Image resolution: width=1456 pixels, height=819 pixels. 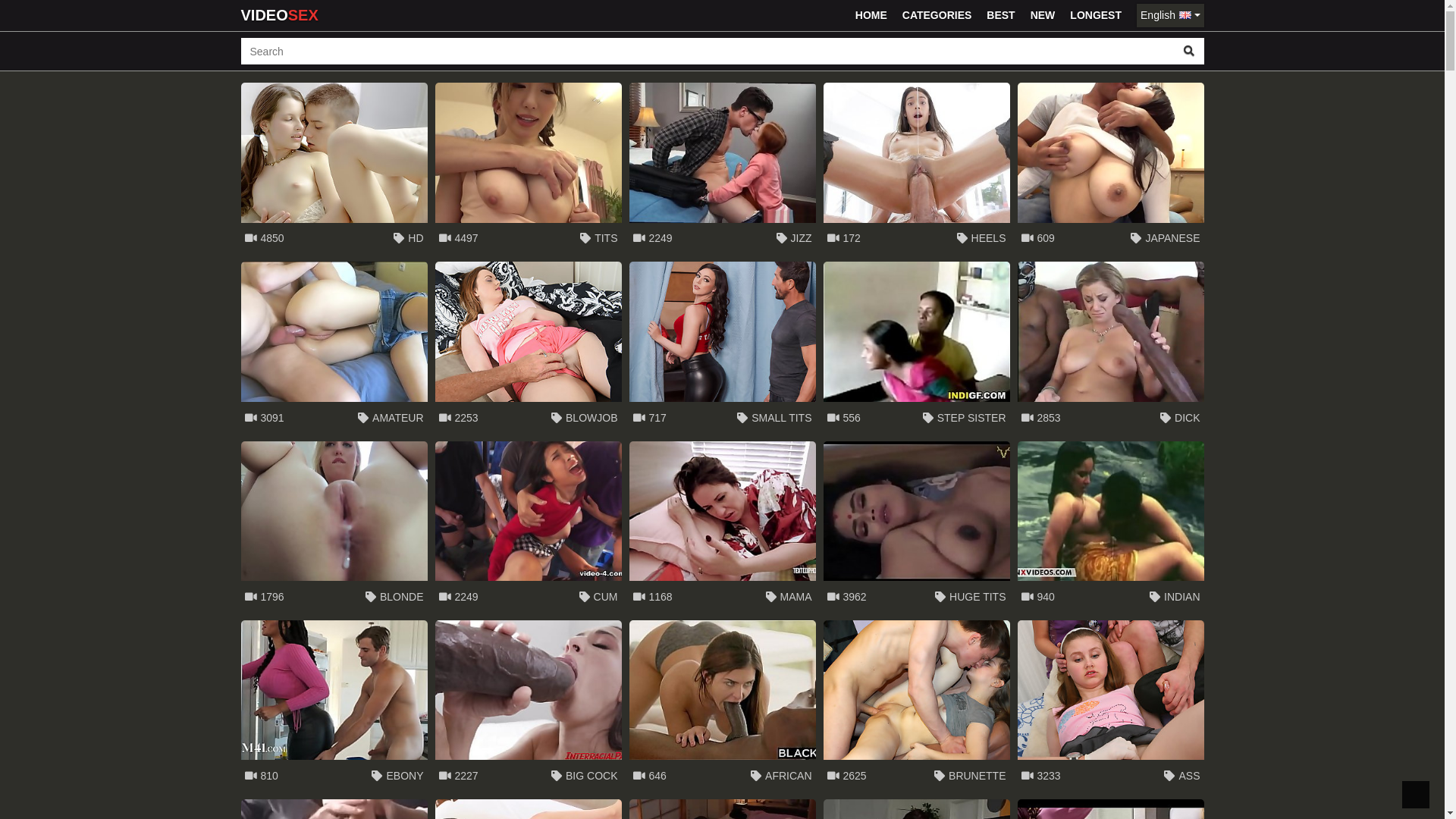 What do you see at coordinates (334, 347) in the screenshot?
I see `'3091` at bounding box center [334, 347].